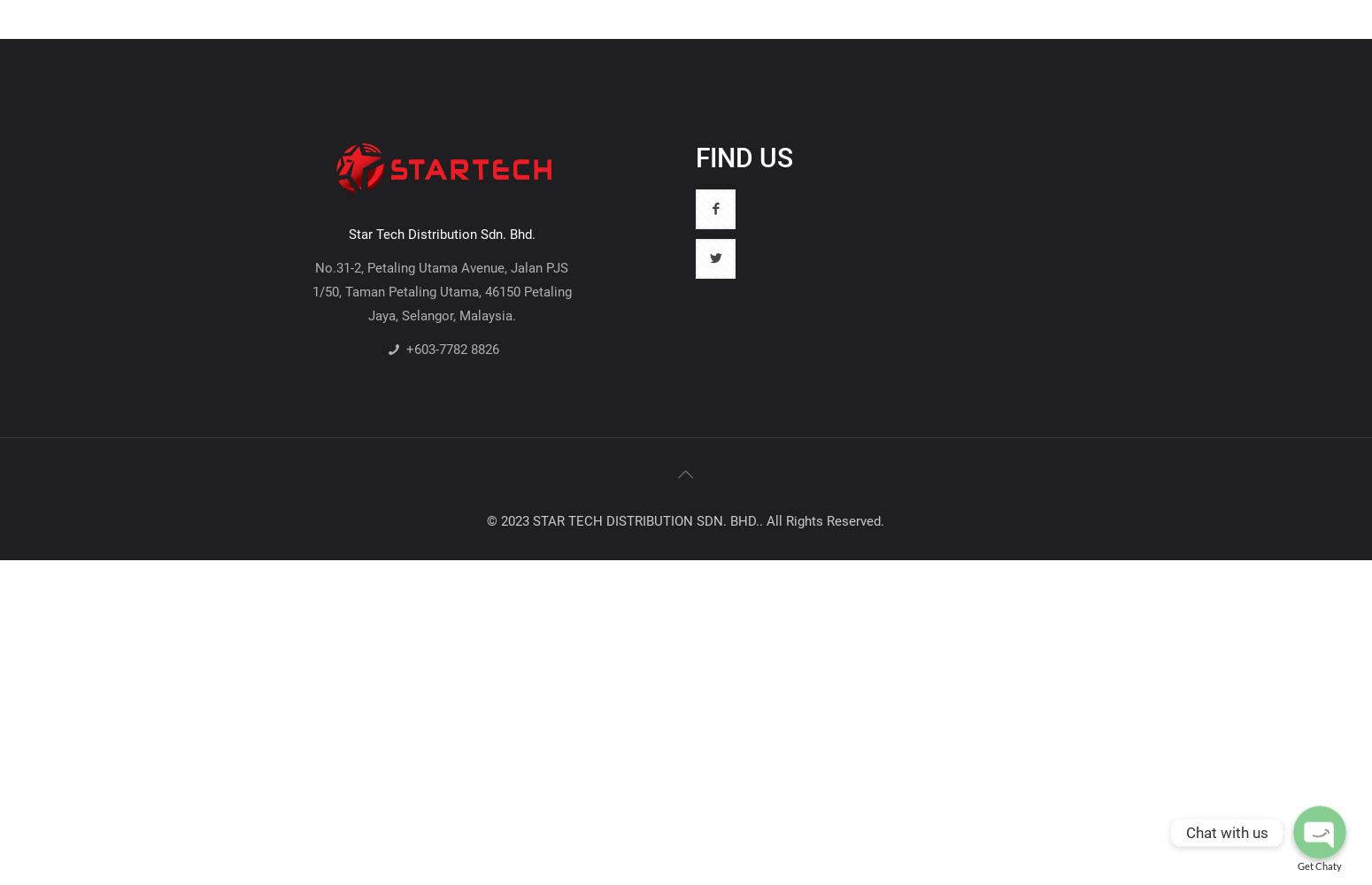 The height and width of the screenshot is (885, 1372). Describe the element at coordinates (1319, 865) in the screenshot. I see `'Get Chaty'` at that location.